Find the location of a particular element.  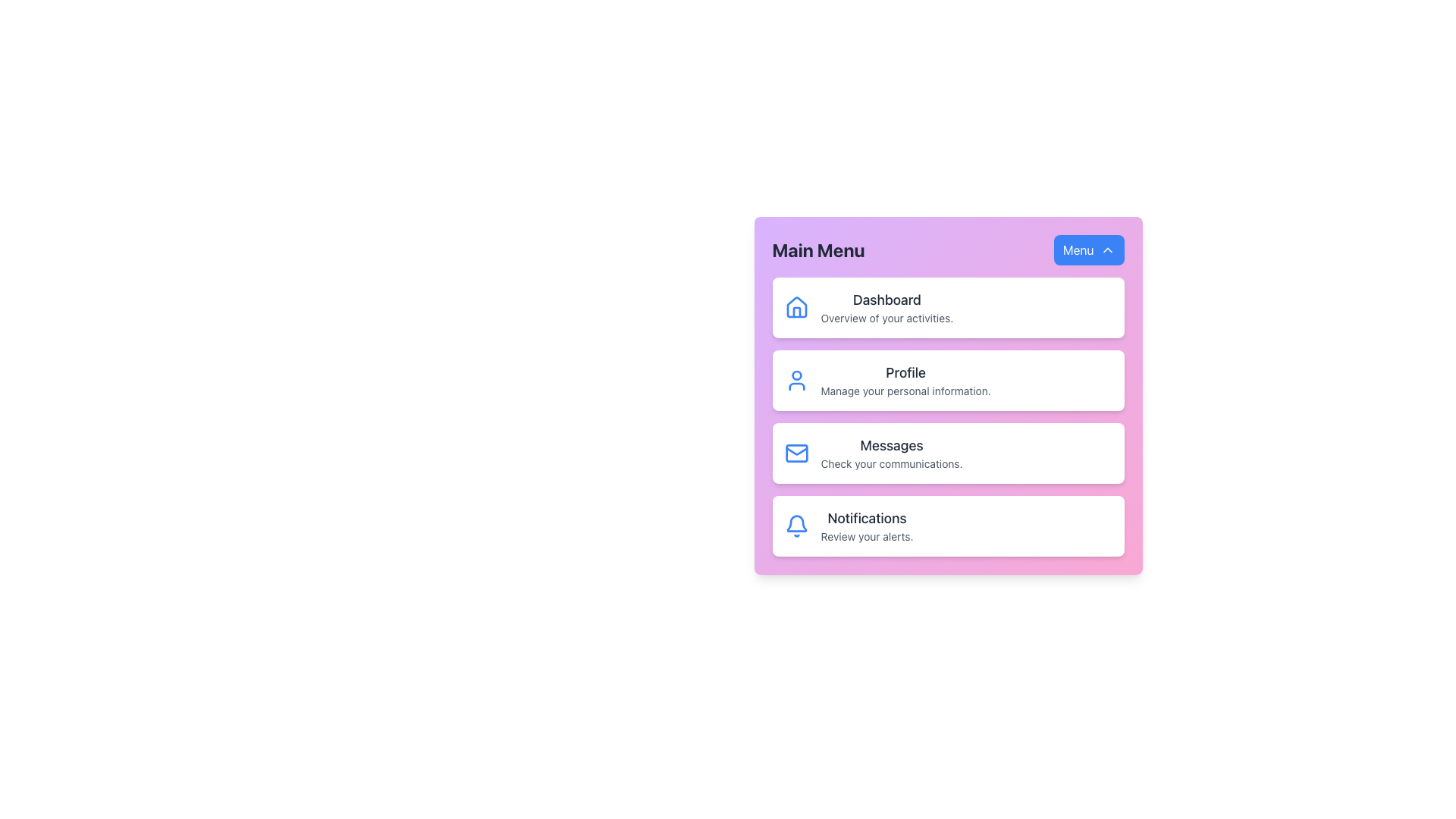

the second button in the navigation menu located below the 'Main Menu' heading is located at coordinates (947, 400).